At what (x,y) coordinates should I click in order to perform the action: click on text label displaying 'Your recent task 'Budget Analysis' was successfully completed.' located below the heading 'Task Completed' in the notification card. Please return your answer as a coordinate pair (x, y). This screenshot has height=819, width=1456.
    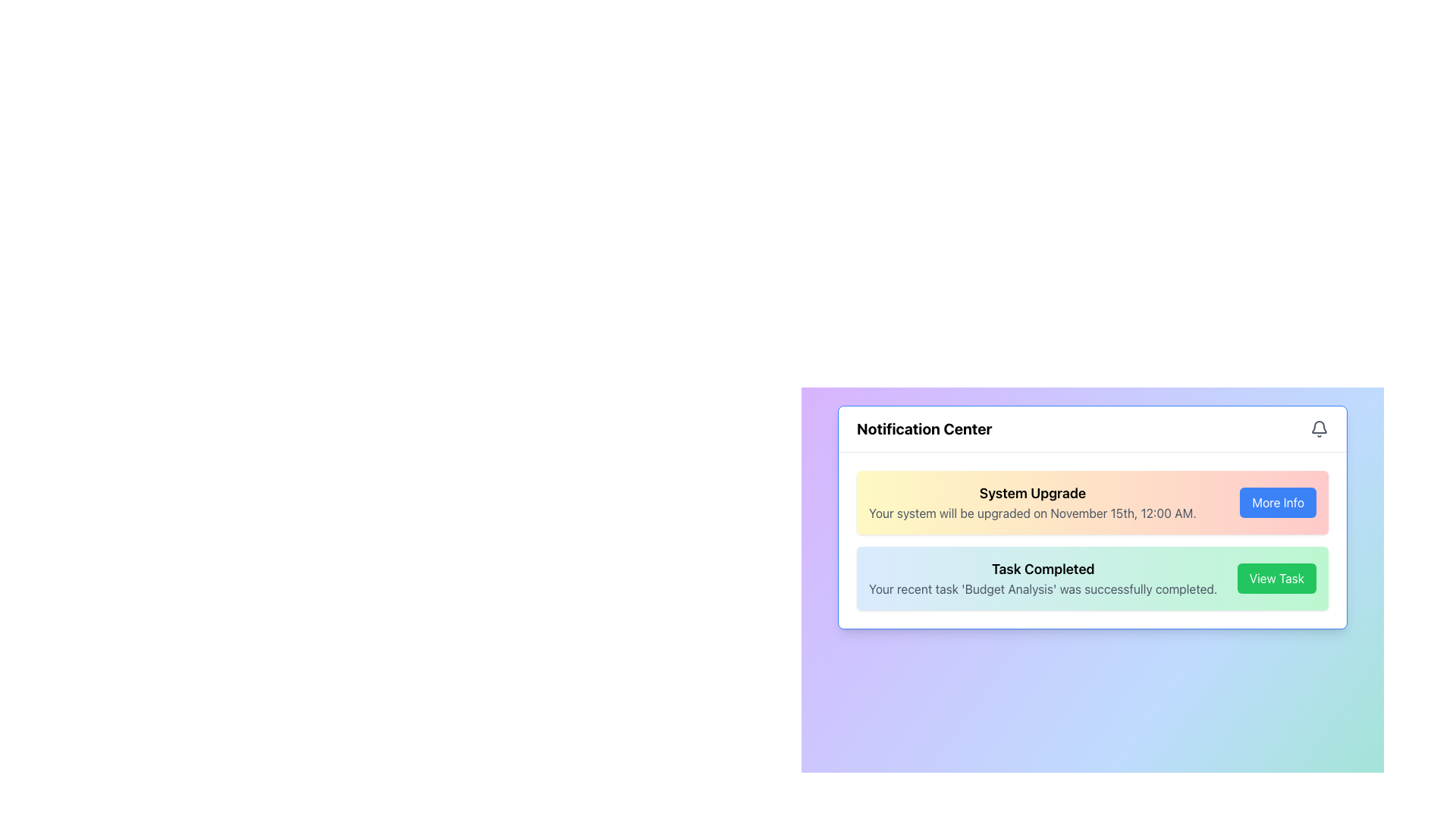
    Looking at the image, I should click on (1042, 588).